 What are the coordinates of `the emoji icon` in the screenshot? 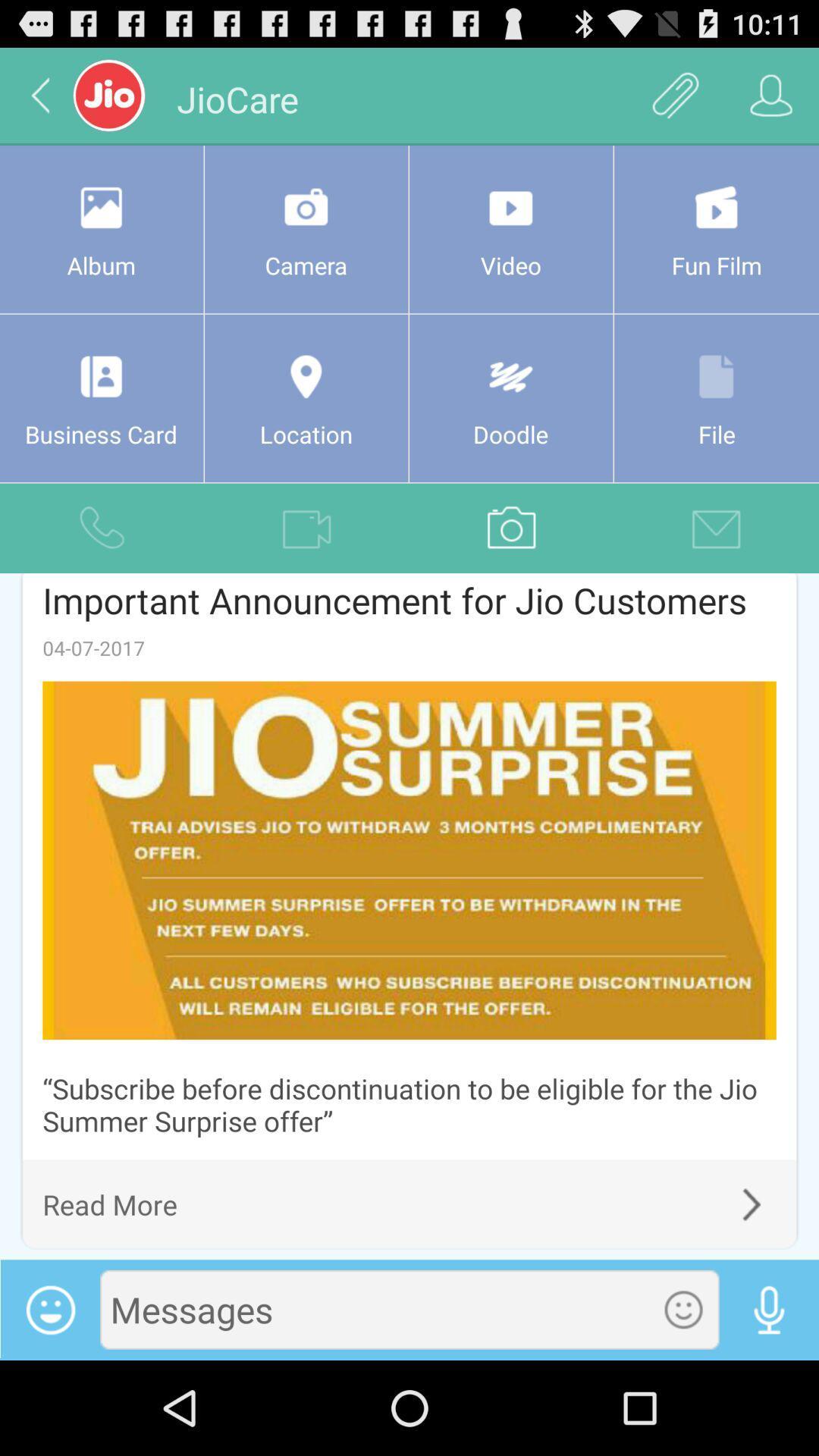 It's located at (683, 1401).